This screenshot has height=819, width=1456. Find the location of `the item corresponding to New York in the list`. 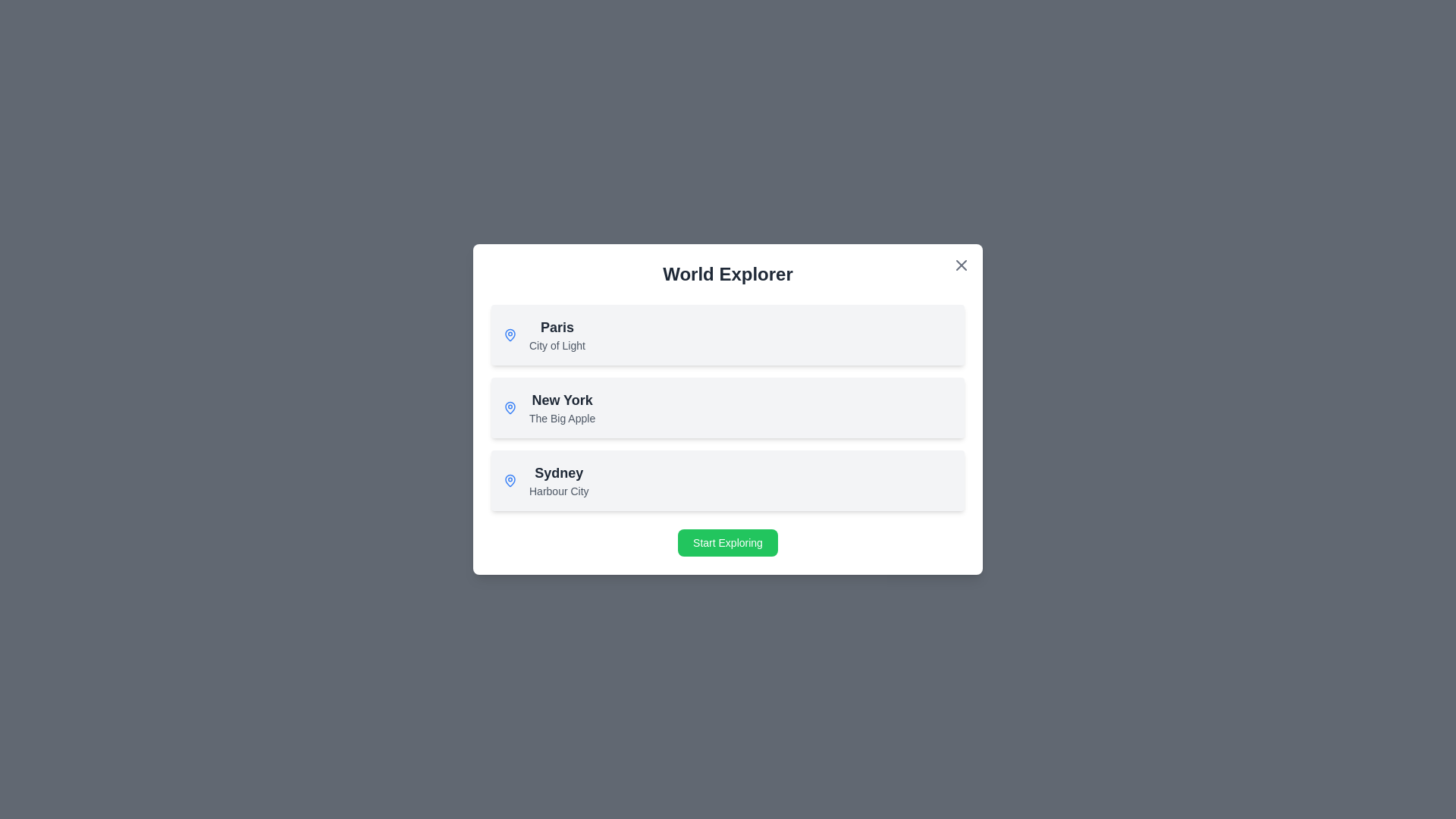

the item corresponding to New York in the list is located at coordinates (728, 406).